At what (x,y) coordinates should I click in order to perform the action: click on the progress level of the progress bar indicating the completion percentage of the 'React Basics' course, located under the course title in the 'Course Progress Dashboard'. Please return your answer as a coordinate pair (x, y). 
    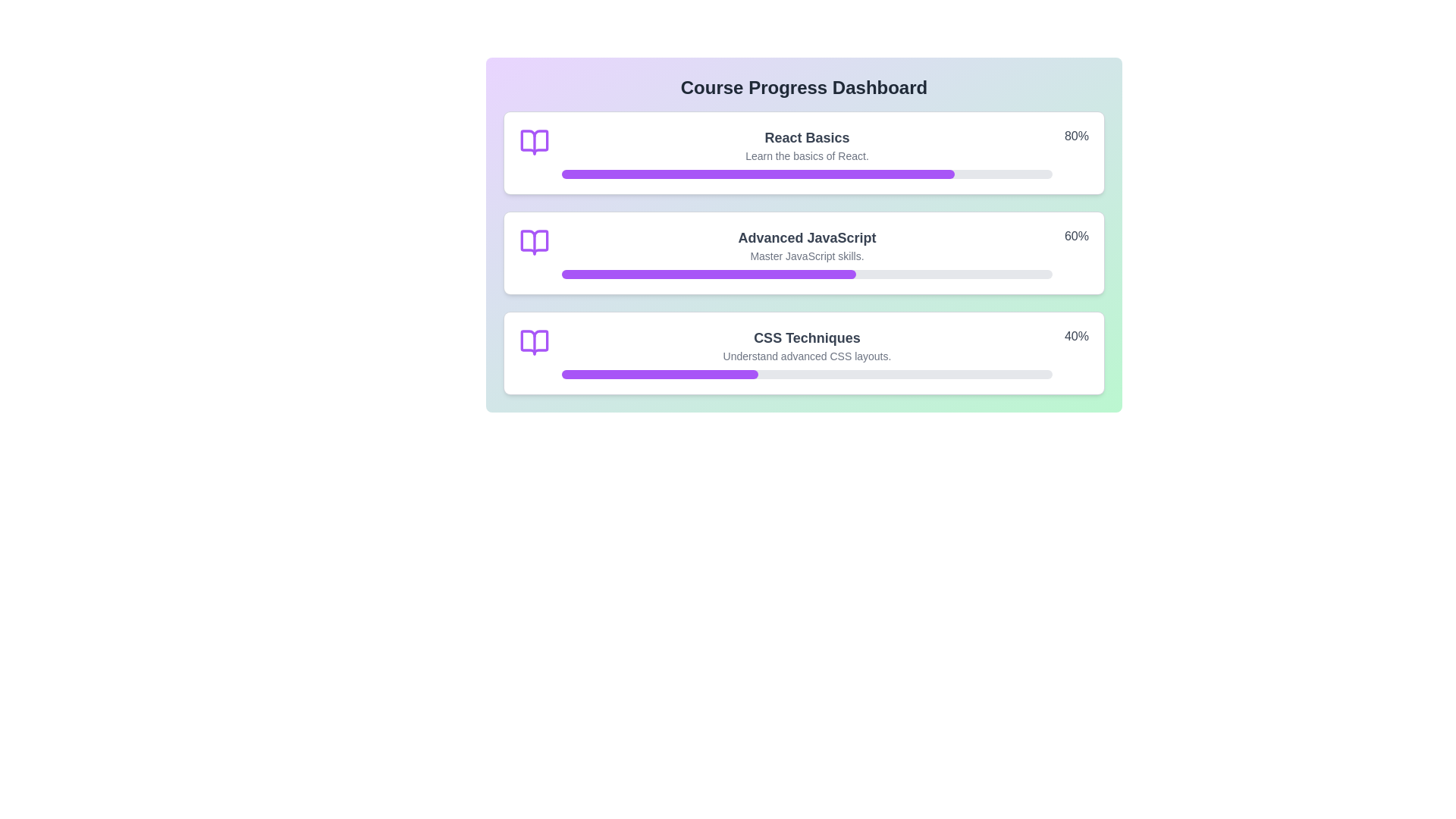
    Looking at the image, I should click on (758, 174).